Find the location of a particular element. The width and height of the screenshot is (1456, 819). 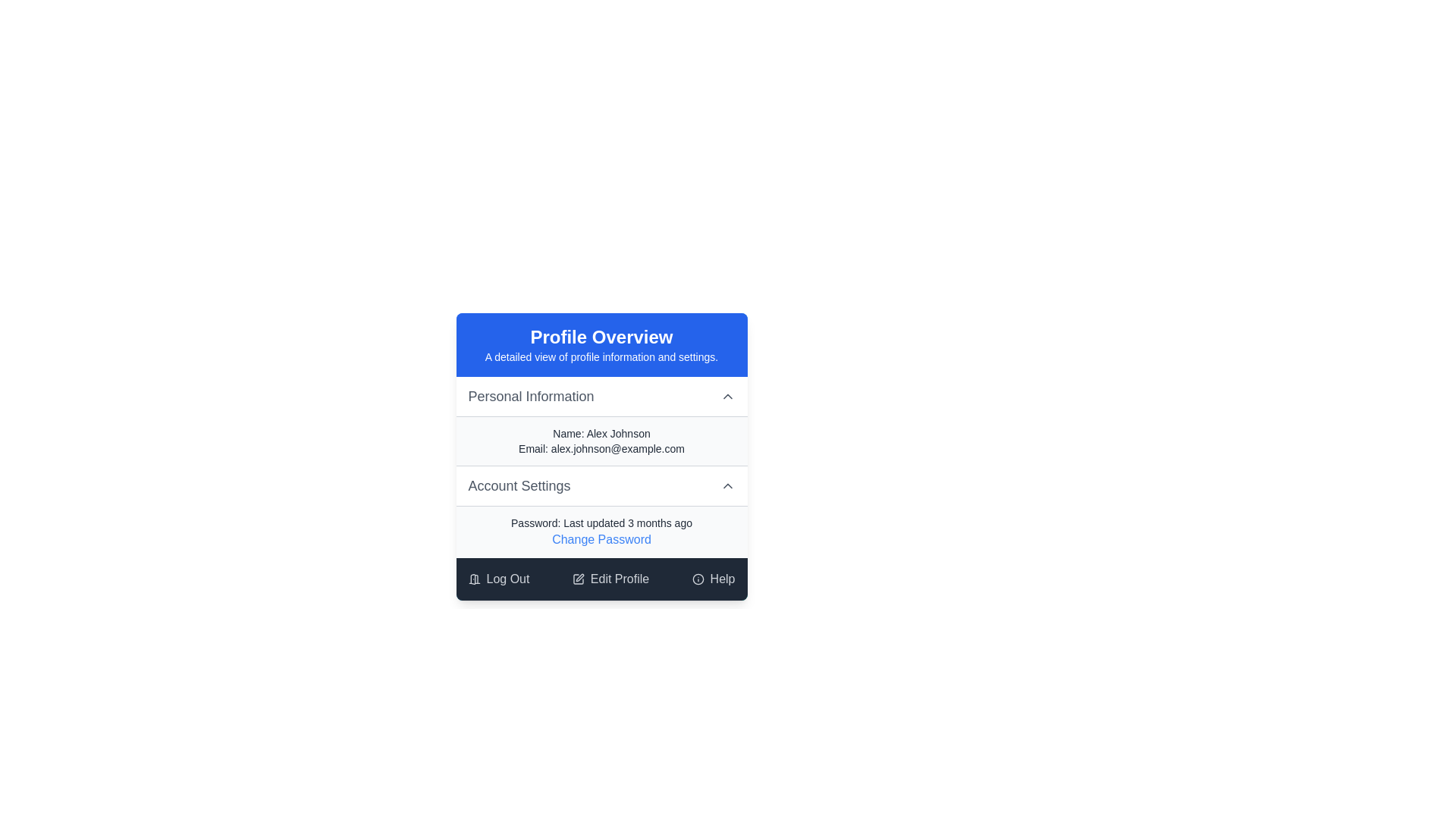

the small circular icon with an 'i' symbol located in the dark footer of the profile overview card is located at coordinates (697, 579).